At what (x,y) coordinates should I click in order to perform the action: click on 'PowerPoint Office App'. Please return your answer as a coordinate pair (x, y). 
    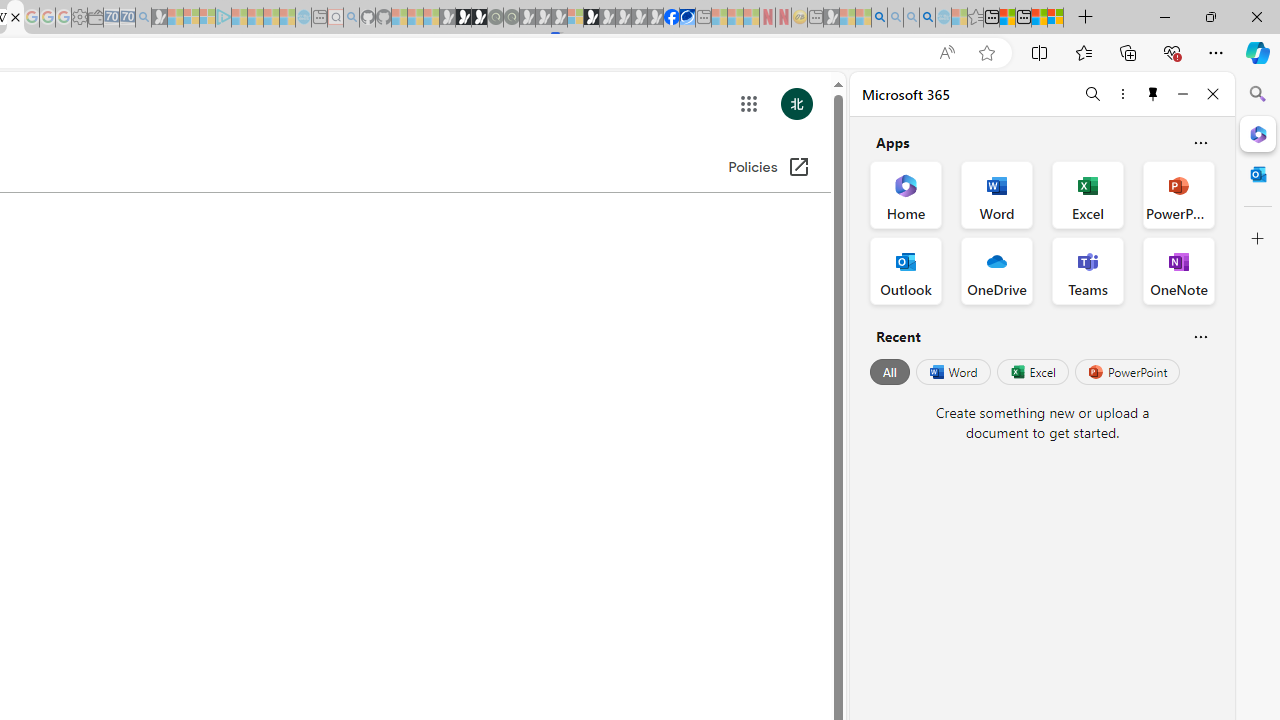
    Looking at the image, I should click on (1178, 195).